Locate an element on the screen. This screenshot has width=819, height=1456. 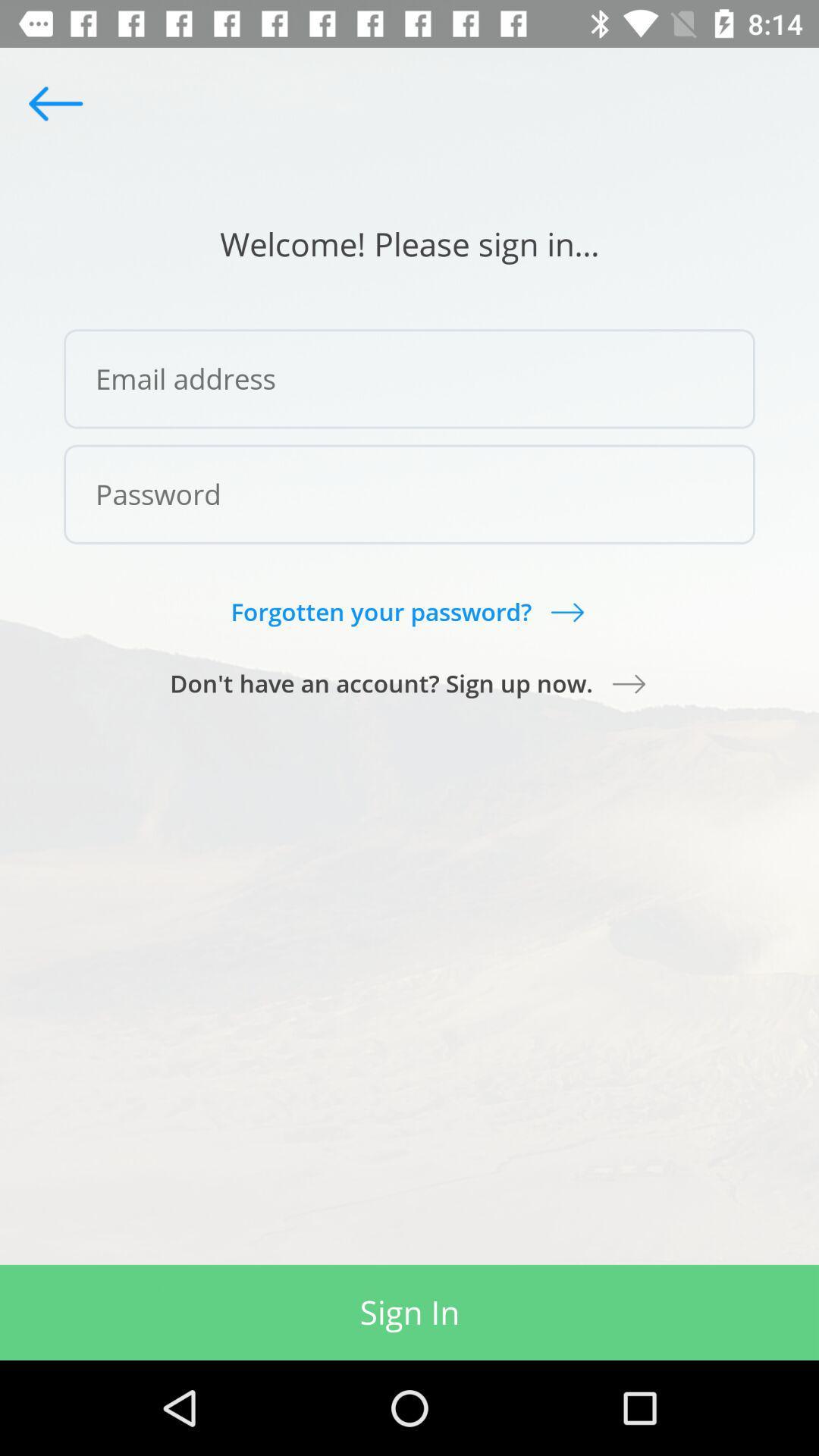
email address is located at coordinates (409, 378).